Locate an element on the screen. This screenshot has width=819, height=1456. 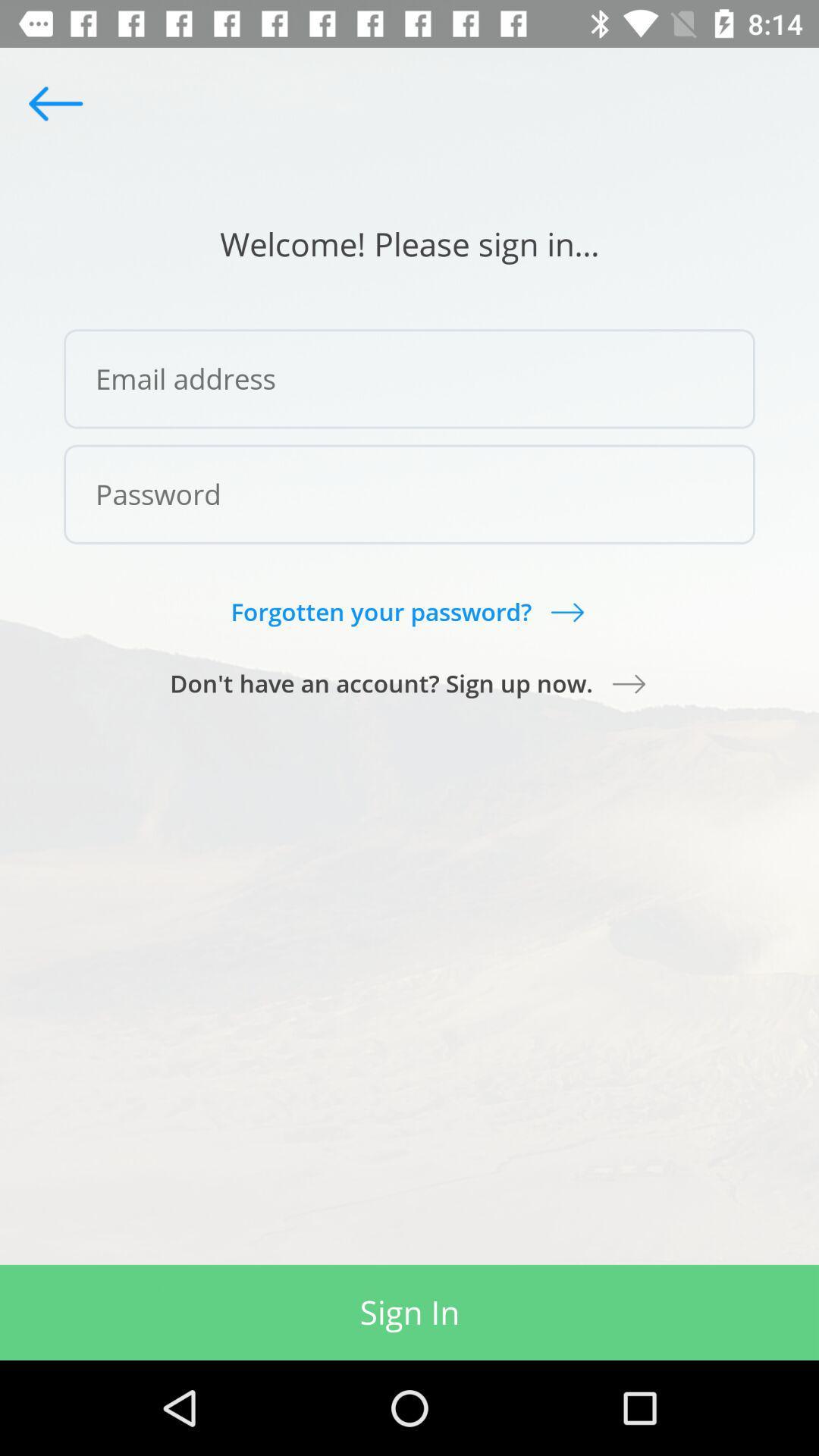
email address is located at coordinates (409, 378).